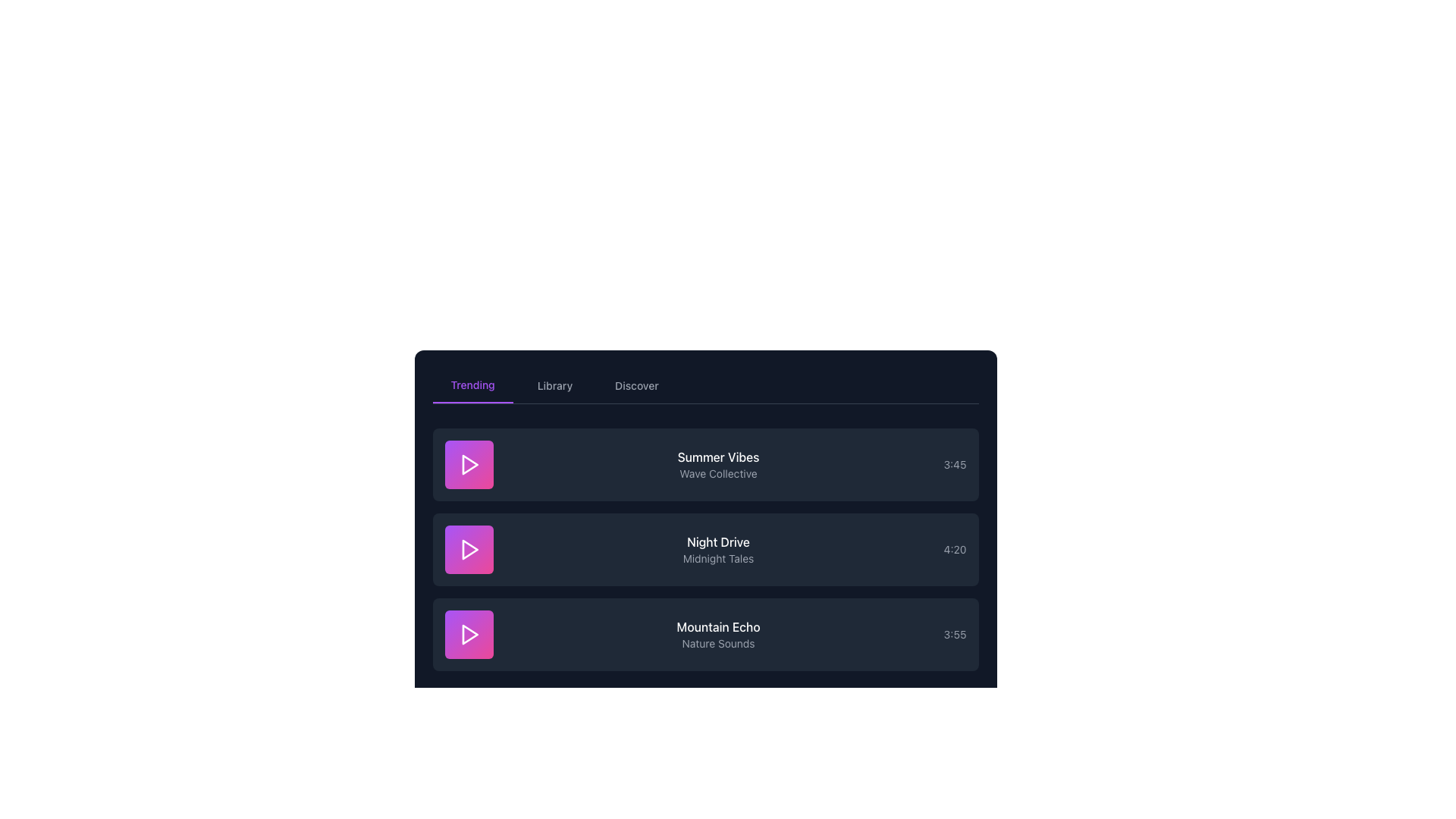  I want to click on the square button with a gradient background transitioning from purple to pink and a white play icon in the center, located at the leftmost side of the third row containing 'Mountain Echo', 'Nature Sounds', and '3:55', so click(468, 635).